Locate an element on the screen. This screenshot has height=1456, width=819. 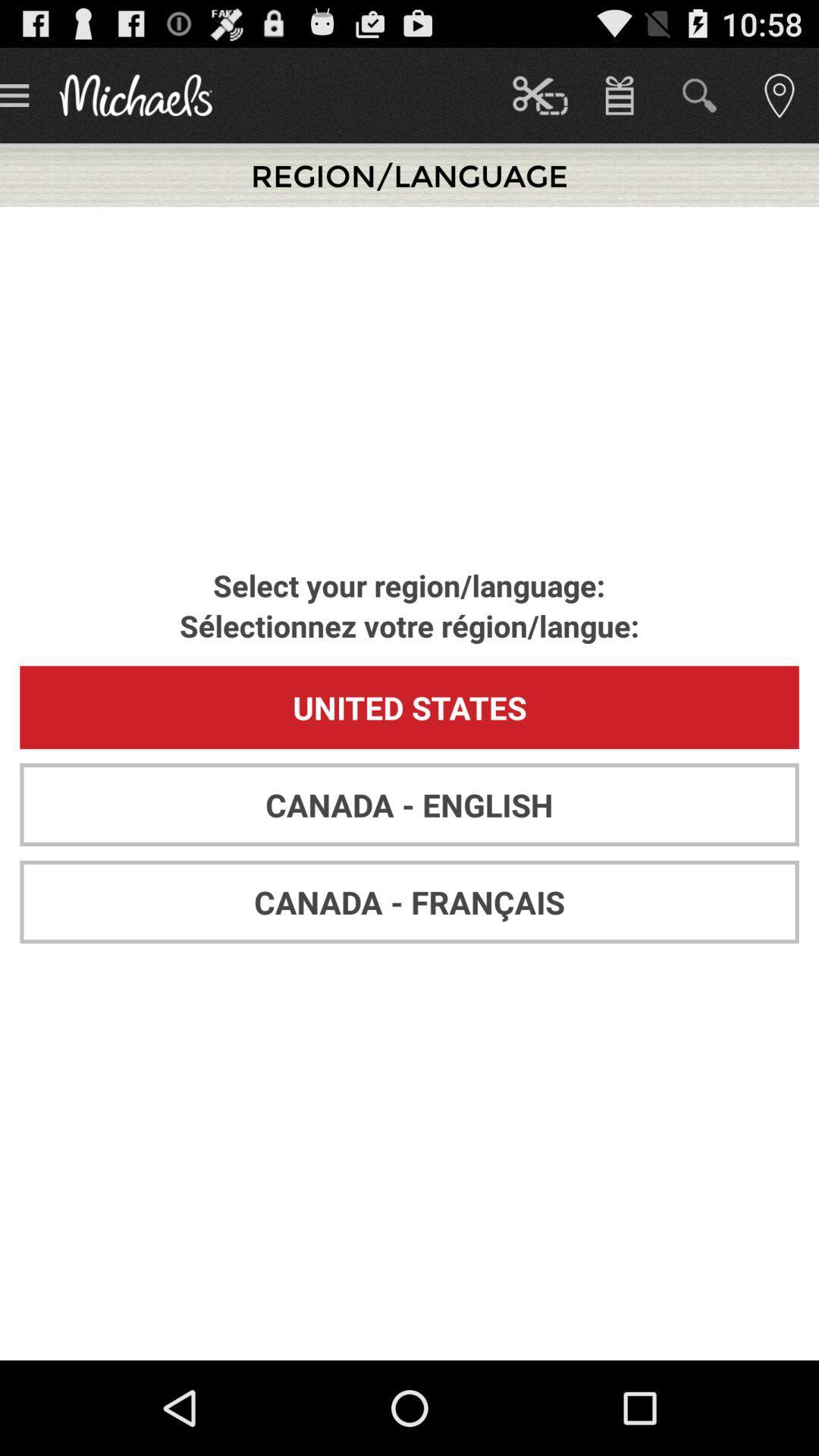
canada - english app is located at coordinates (409, 804).